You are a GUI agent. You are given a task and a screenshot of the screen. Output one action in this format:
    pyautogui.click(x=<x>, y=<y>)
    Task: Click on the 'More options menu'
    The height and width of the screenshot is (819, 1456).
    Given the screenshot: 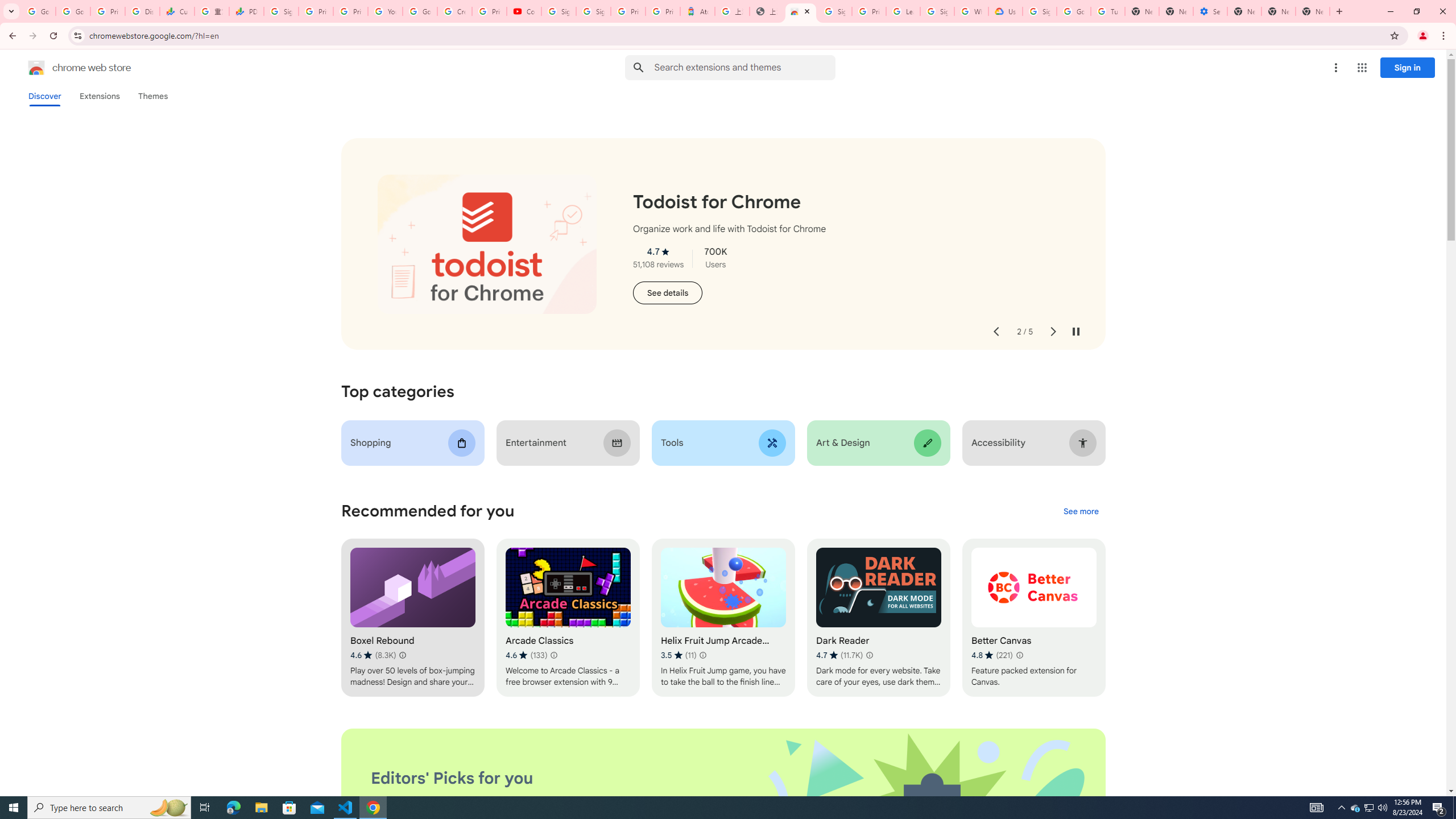 What is the action you would take?
    pyautogui.click(x=1335, y=67)
    